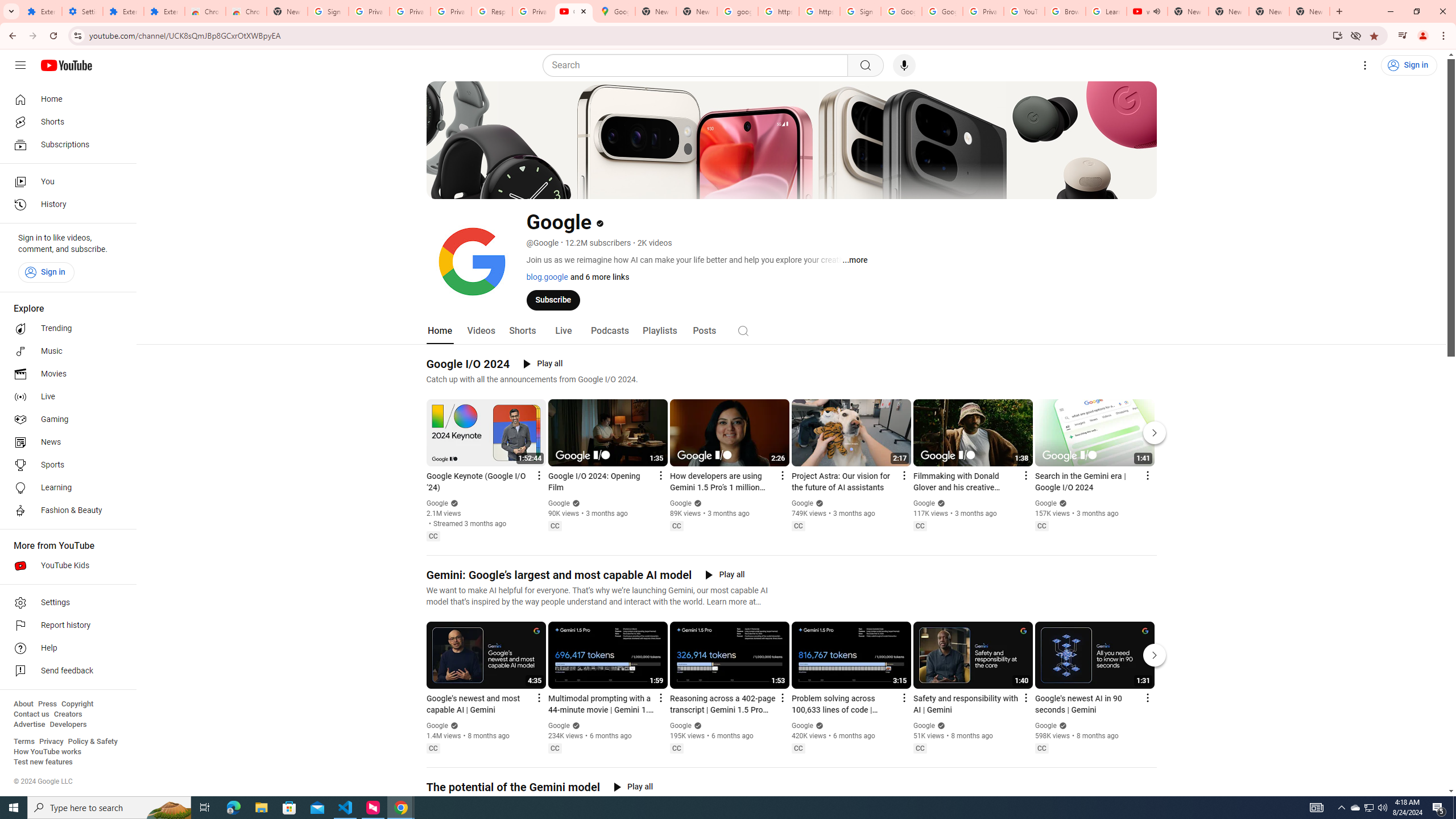 The width and height of the screenshot is (1456, 819). Describe the element at coordinates (64, 464) in the screenshot. I see `'Sports'` at that location.